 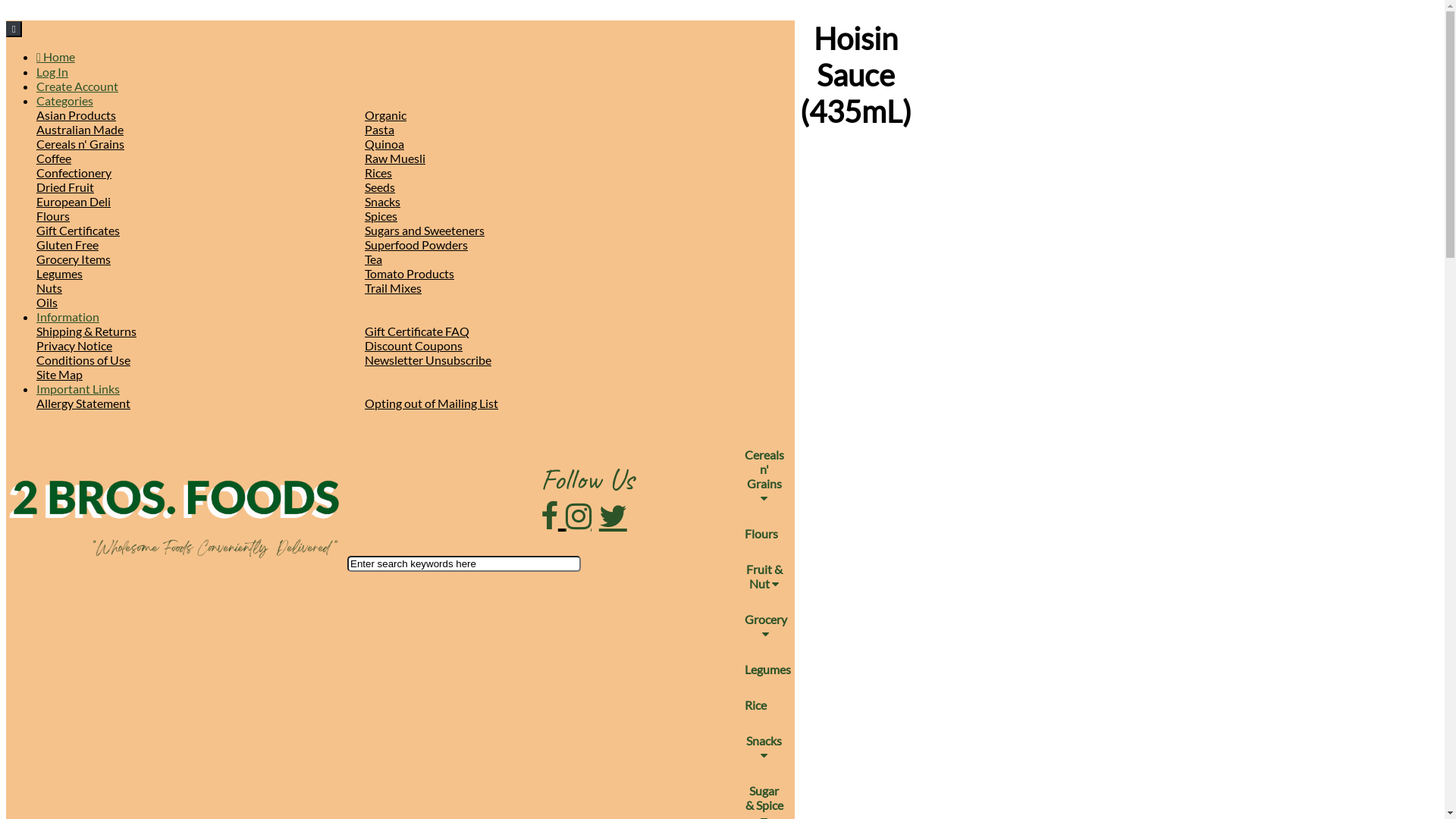 I want to click on 'Information', so click(x=67, y=315).